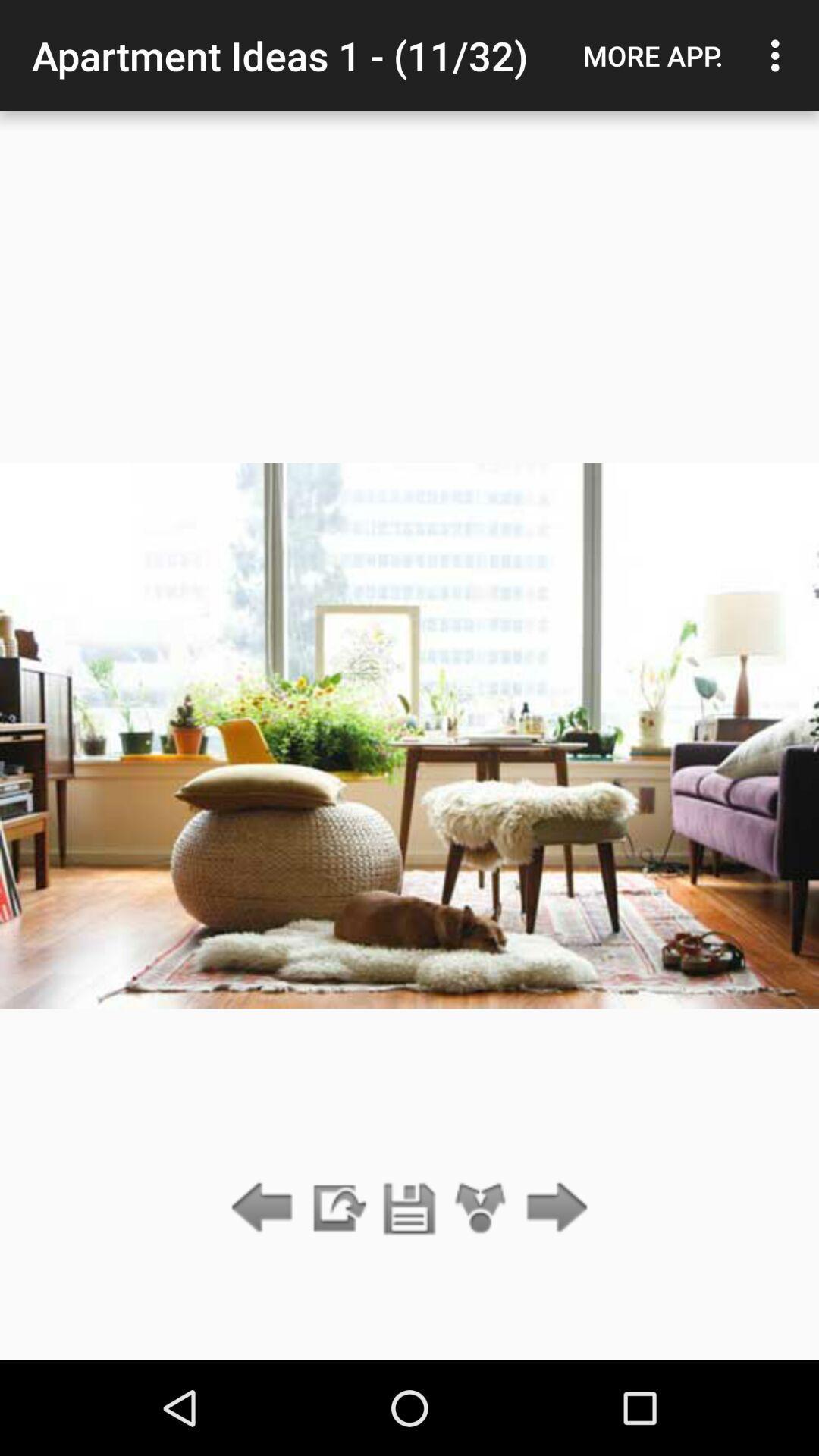 The width and height of the screenshot is (819, 1456). I want to click on the save icon, so click(409, 1208).